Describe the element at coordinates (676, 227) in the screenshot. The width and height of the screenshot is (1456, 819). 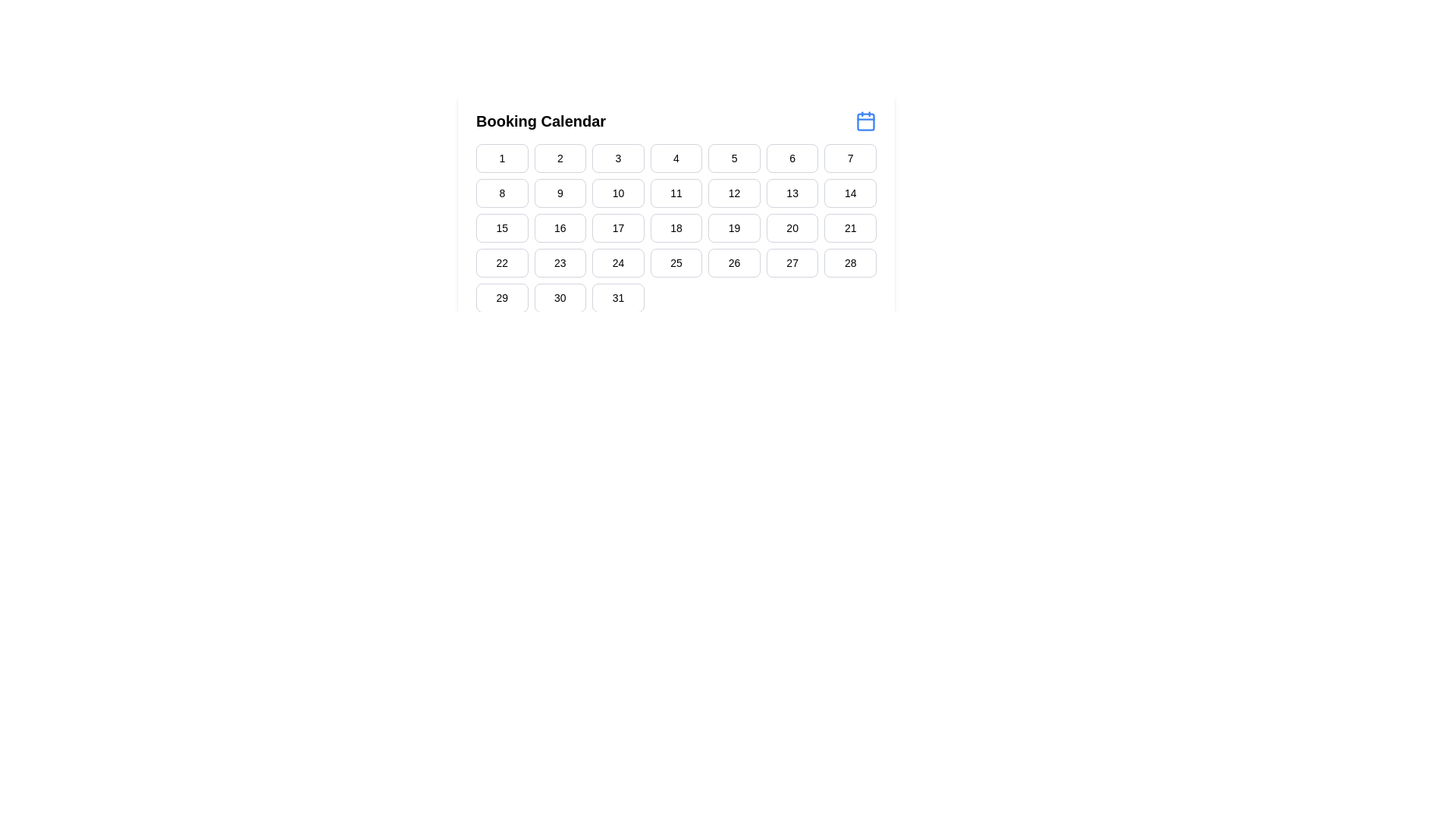
I see `the button in the calendar interface that selects the date '18'. This button is located in the third row and fourth column of the grid, adjacent to buttons for dates '17' and '19'` at that location.